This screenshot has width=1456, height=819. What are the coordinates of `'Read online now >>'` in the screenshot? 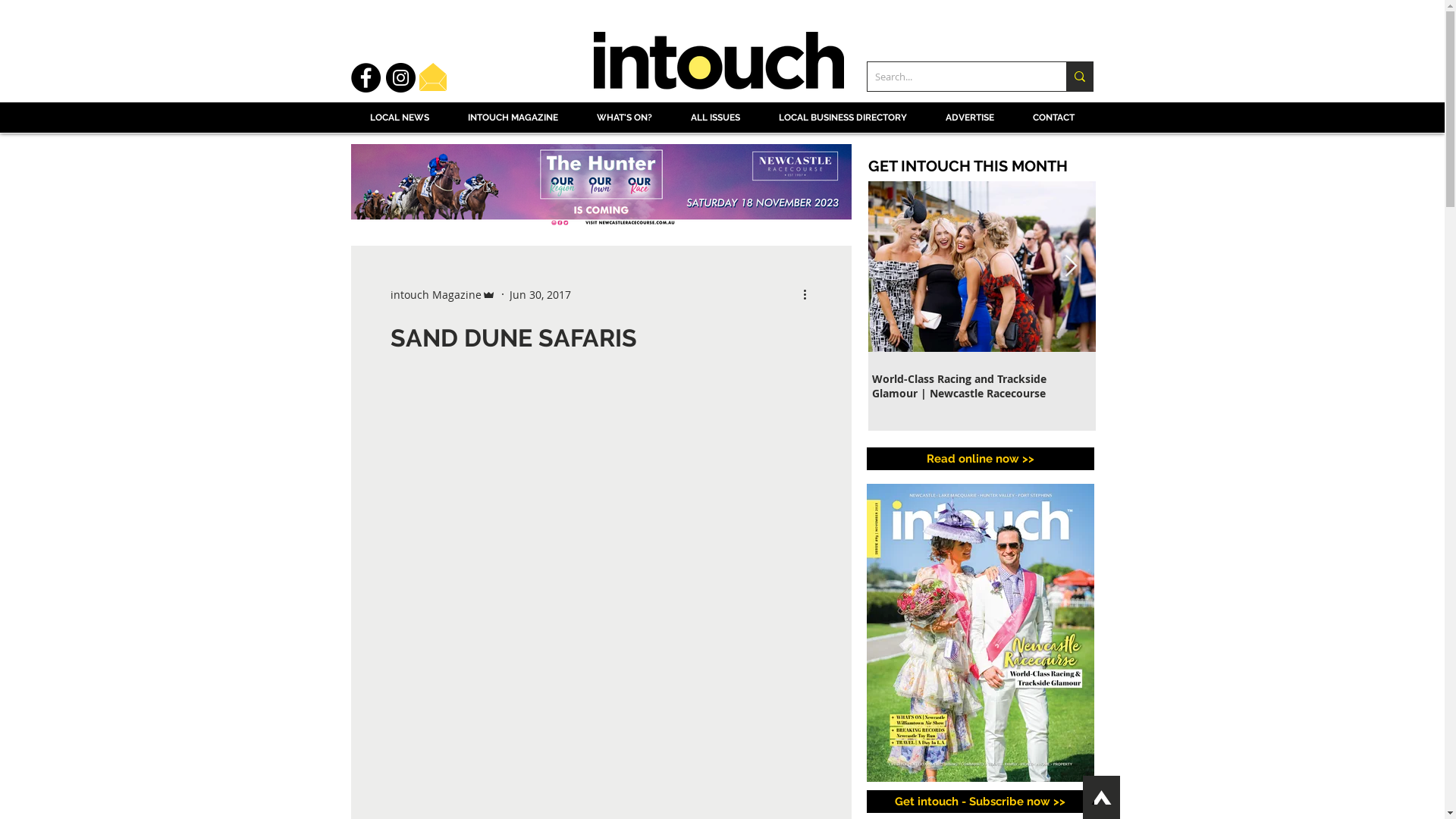 It's located at (979, 458).